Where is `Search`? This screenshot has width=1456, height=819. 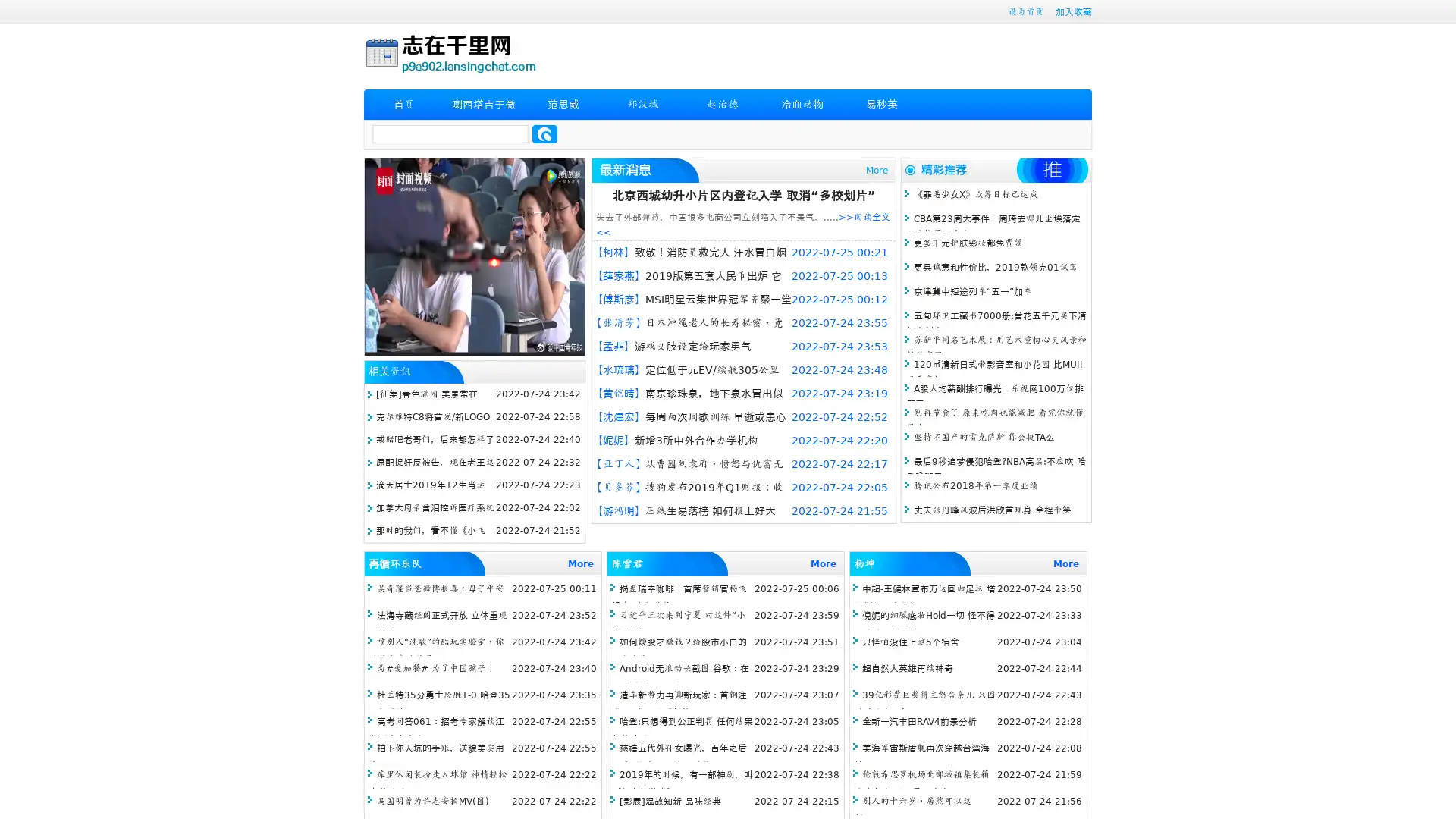
Search is located at coordinates (544, 133).